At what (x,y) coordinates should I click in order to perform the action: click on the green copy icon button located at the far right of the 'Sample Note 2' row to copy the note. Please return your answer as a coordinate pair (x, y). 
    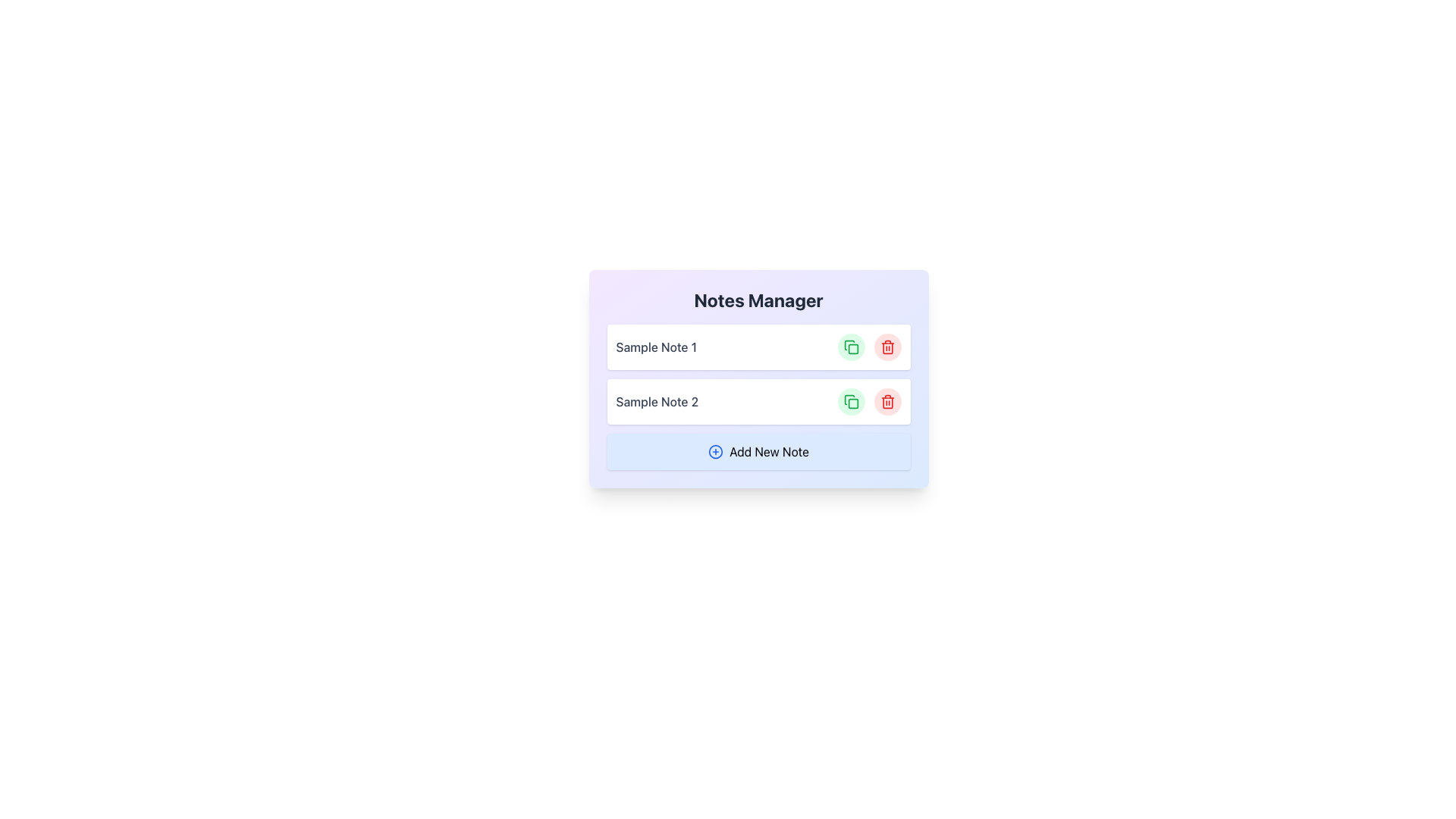
    Looking at the image, I should click on (851, 400).